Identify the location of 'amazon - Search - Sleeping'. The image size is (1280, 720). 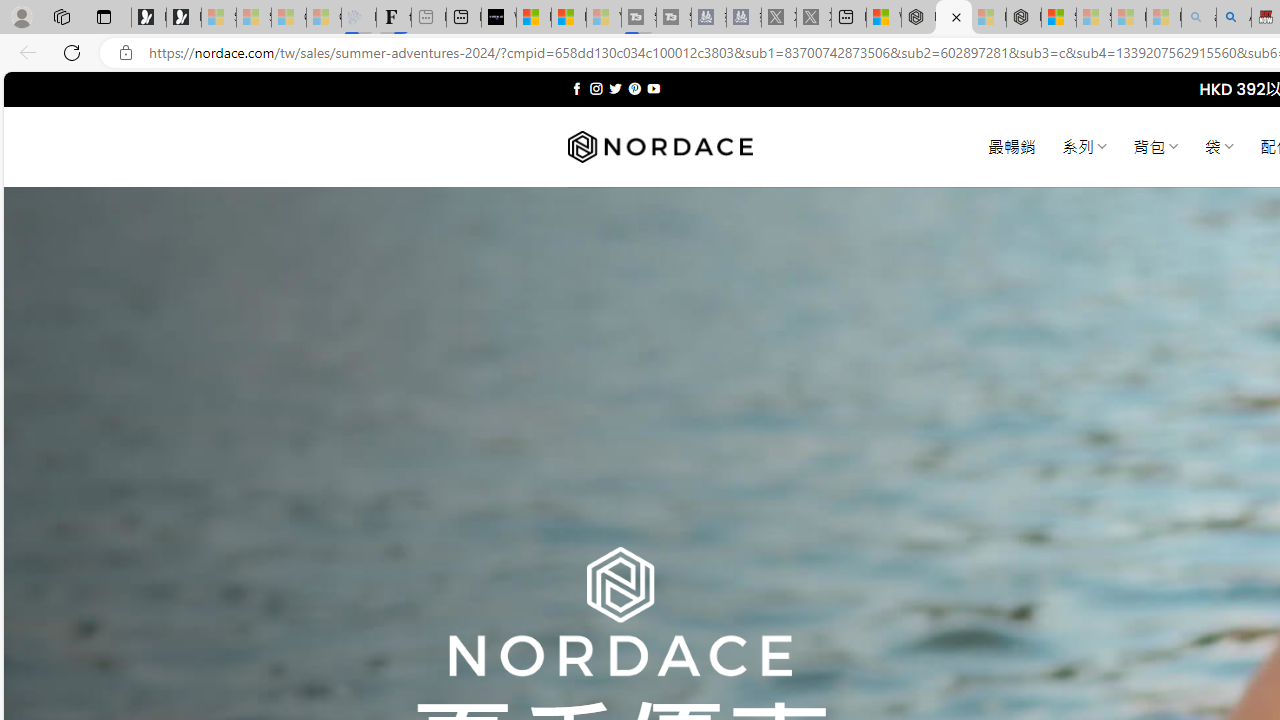
(1198, 17).